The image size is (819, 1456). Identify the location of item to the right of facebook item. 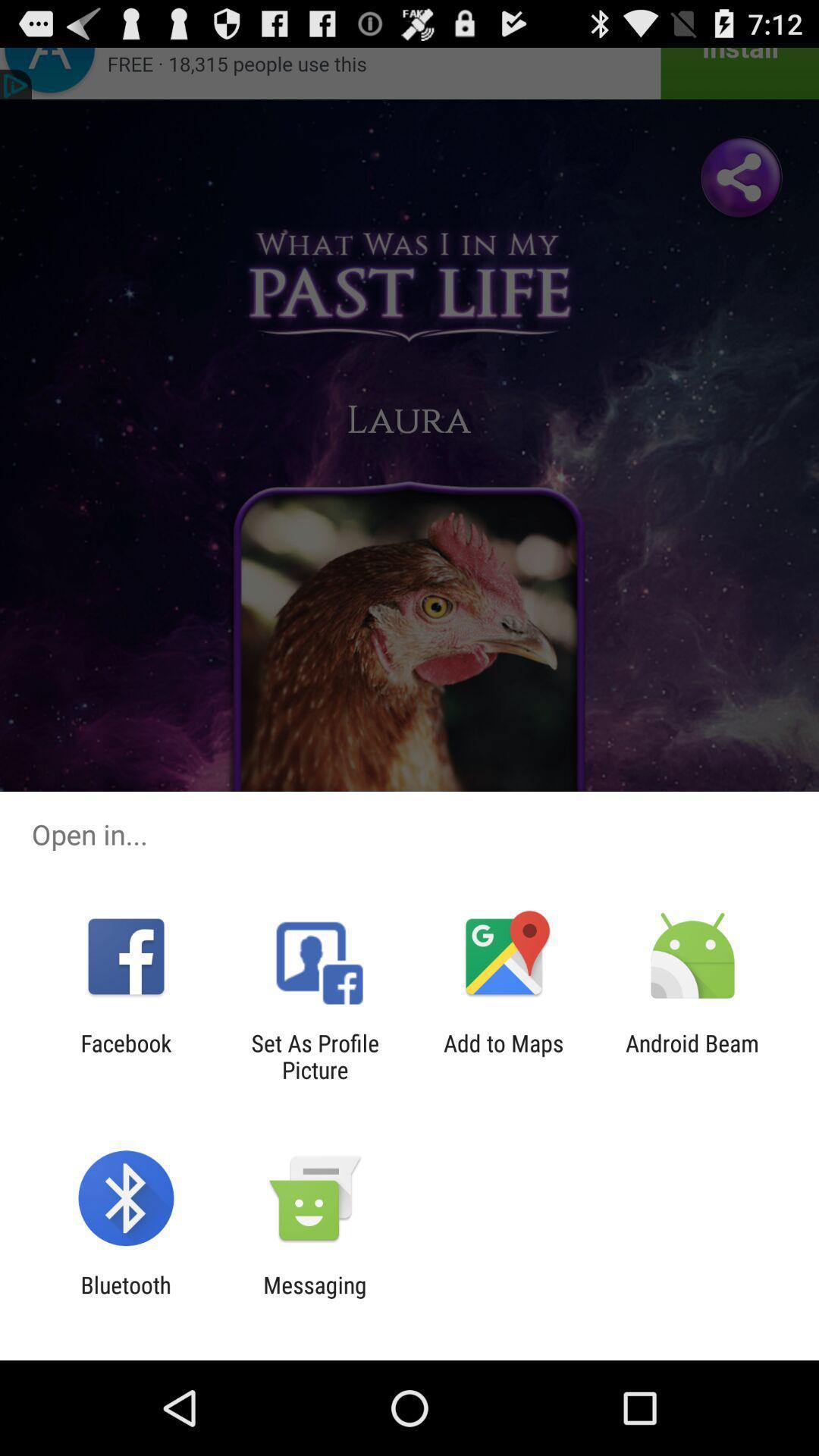
(314, 1056).